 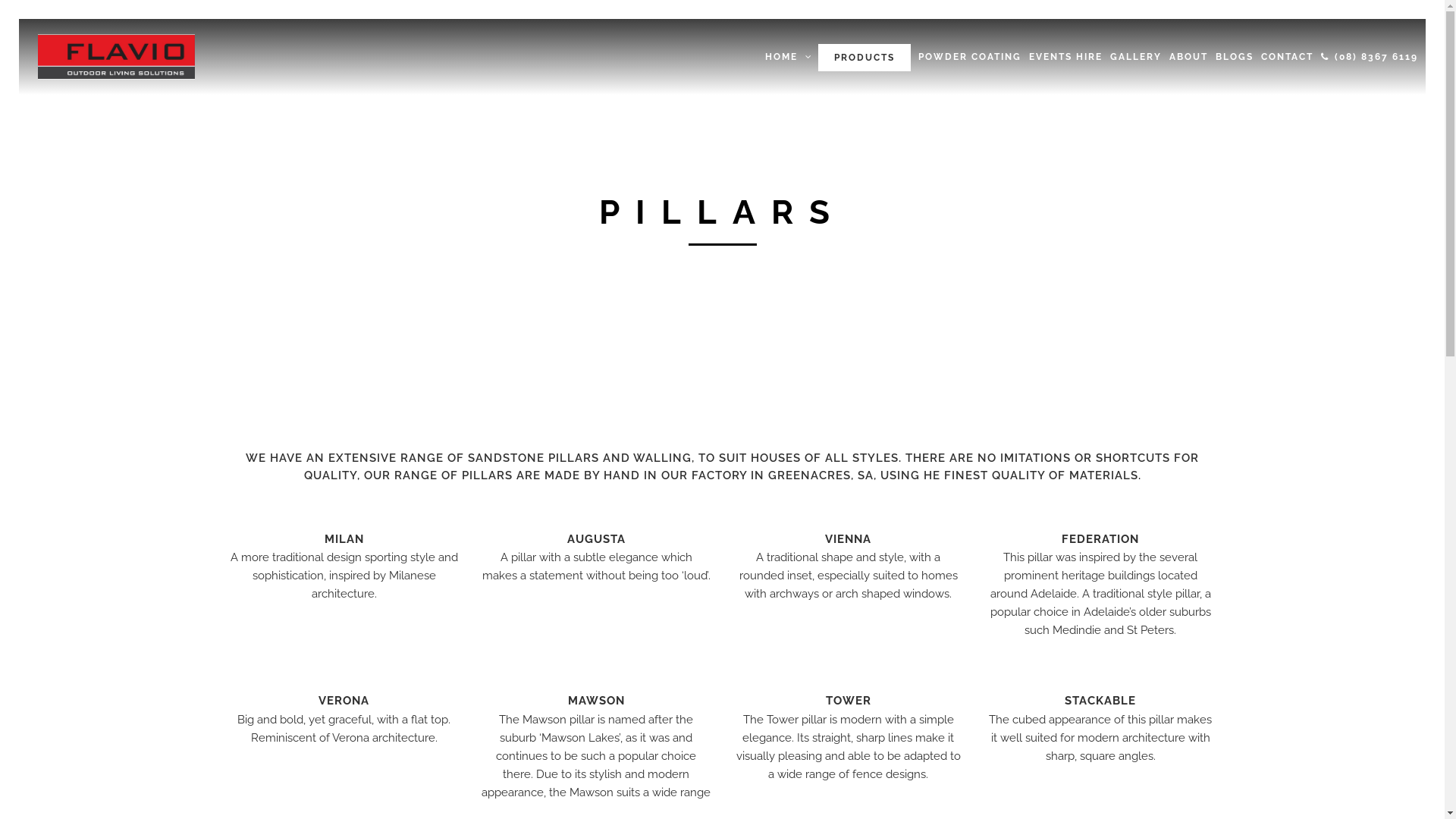 What do you see at coordinates (858, 55) in the screenshot?
I see `'PRODUCTS'` at bounding box center [858, 55].